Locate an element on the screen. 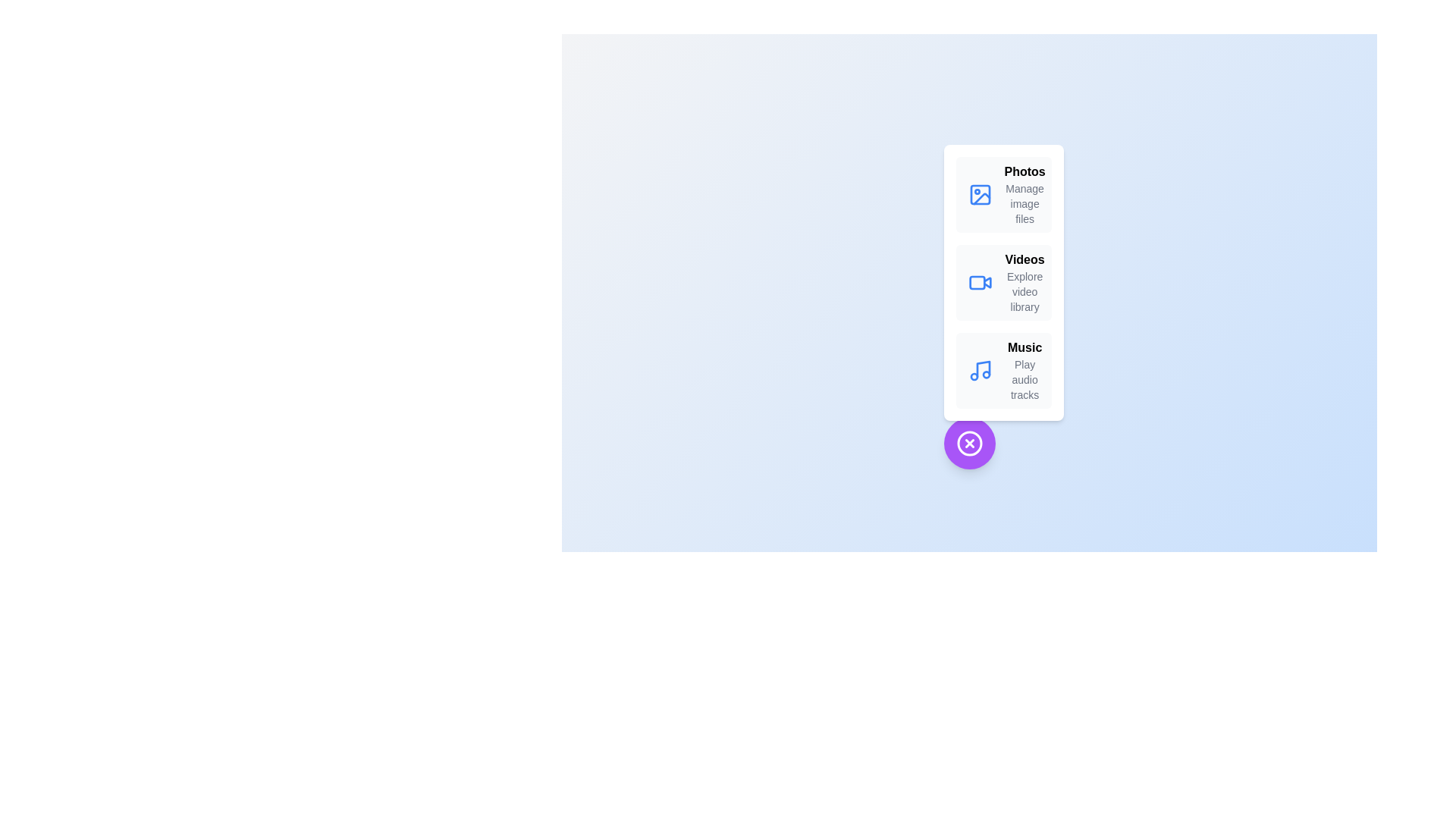 The width and height of the screenshot is (1456, 819). the 'Videos' option in the menu is located at coordinates (1003, 283).